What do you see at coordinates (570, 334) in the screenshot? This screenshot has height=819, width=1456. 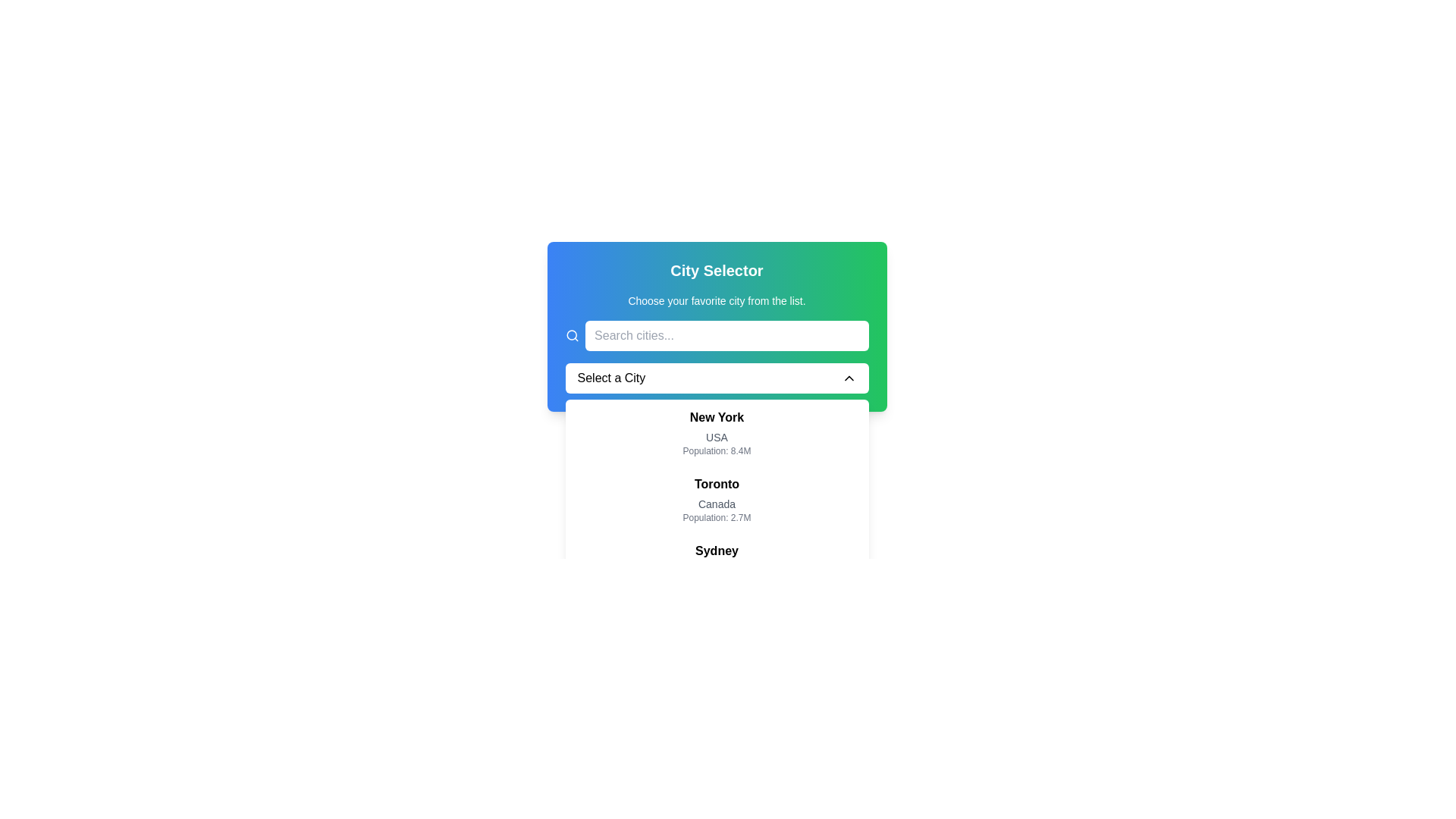 I see `details of the SVG Circle that forms the circular part of the search icon located in the top left corner of the search bar` at bounding box center [570, 334].